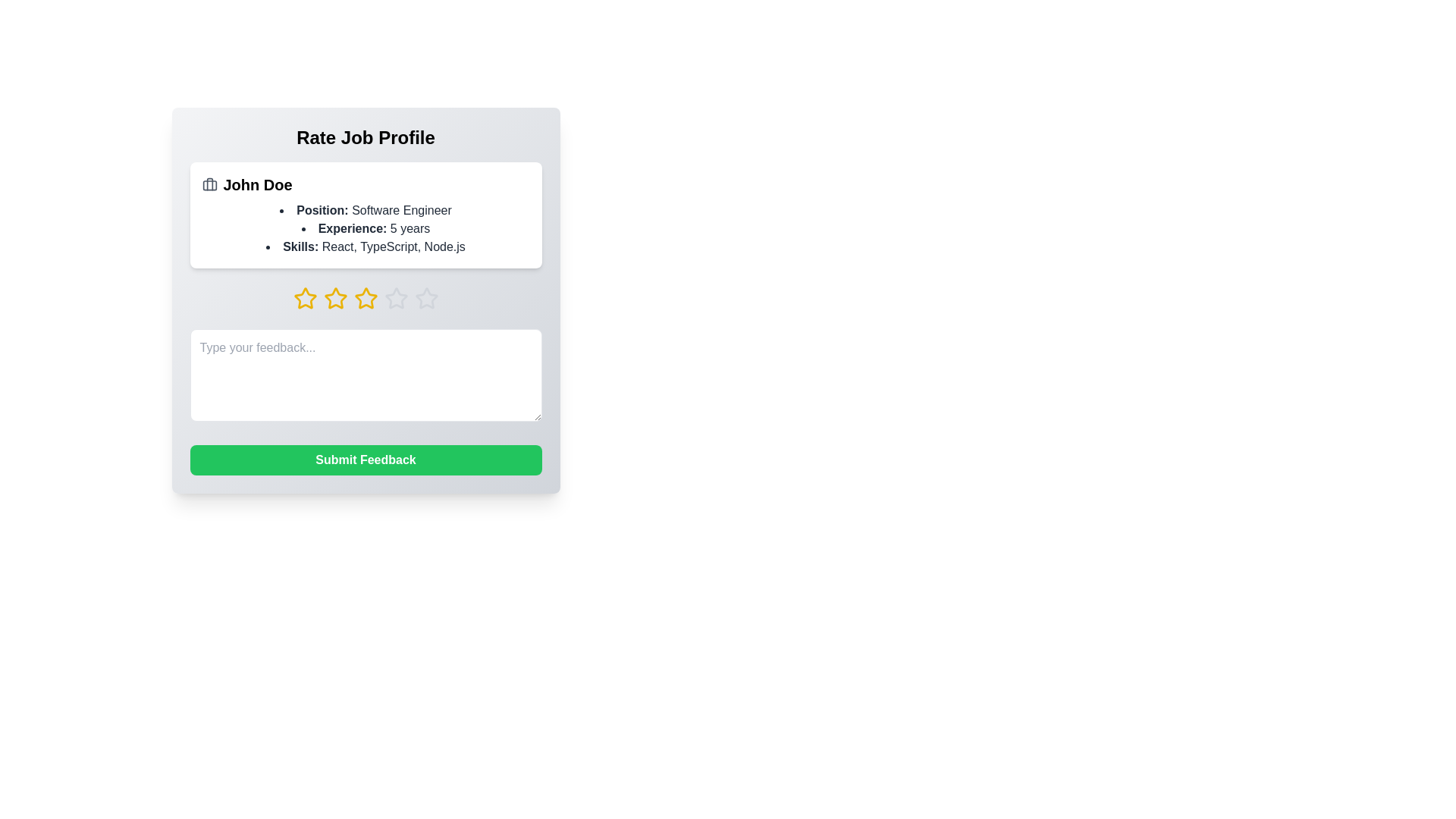 The width and height of the screenshot is (1456, 819). Describe the element at coordinates (366, 459) in the screenshot. I see `the feedback submission button located at the bottom center of the card layout to trigger a visual change` at that location.